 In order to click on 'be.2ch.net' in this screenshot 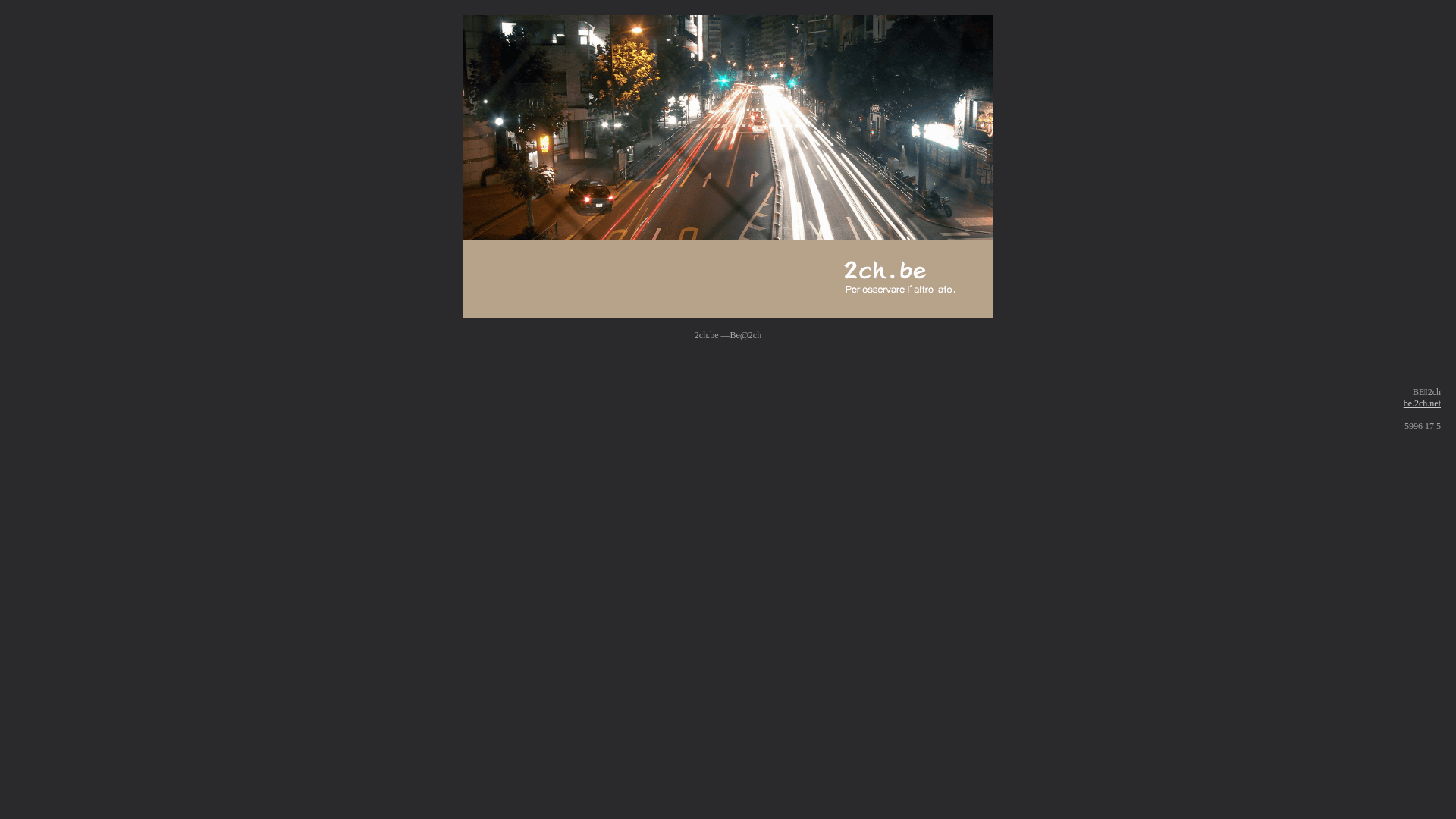, I will do `click(1421, 403)`.